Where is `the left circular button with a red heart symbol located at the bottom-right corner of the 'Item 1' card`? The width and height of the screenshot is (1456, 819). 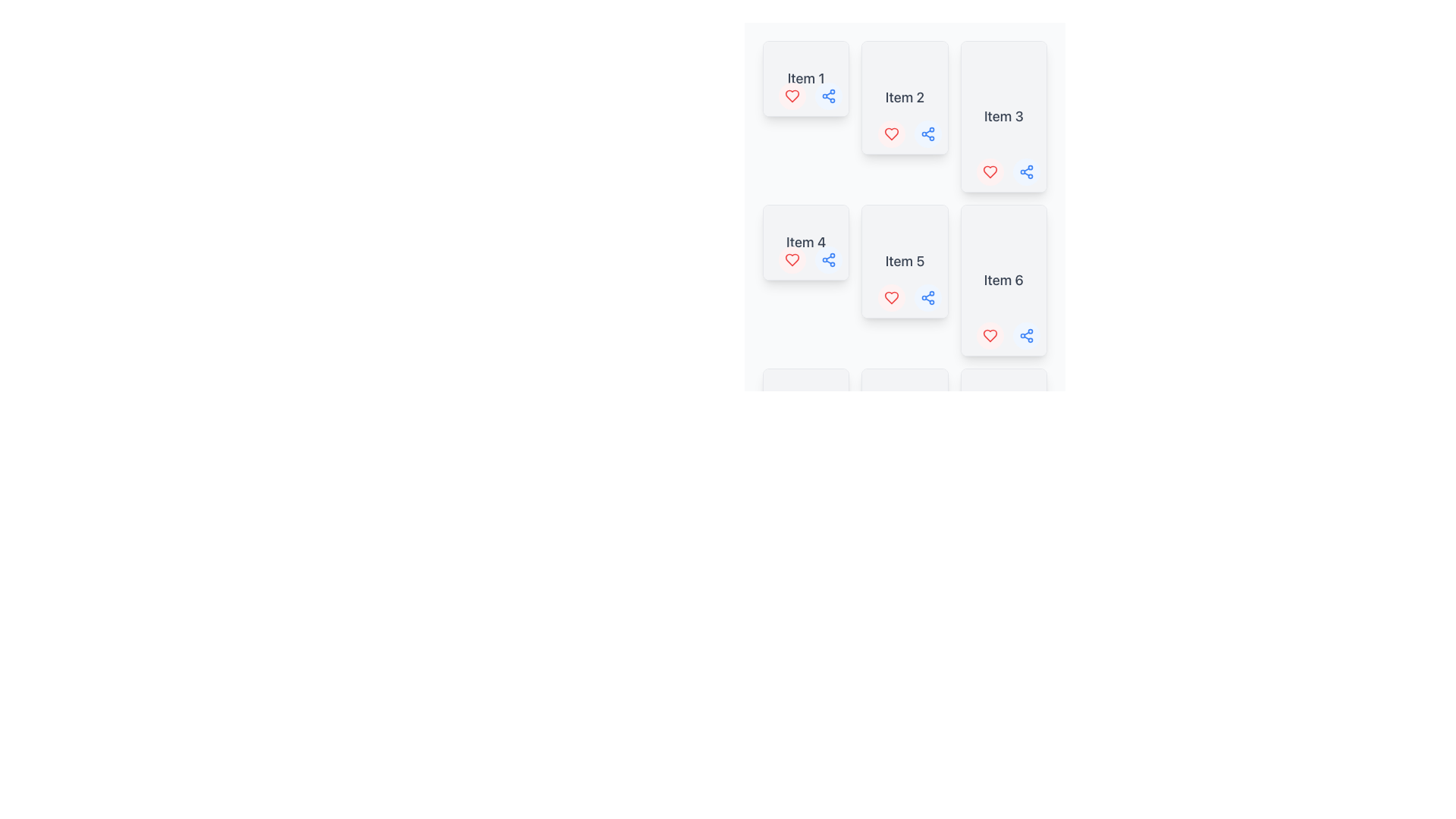 the left circular button with a red heart symbol located at the bottom-right corner of the 'Item 1' card is located at coordinates (810, 96).